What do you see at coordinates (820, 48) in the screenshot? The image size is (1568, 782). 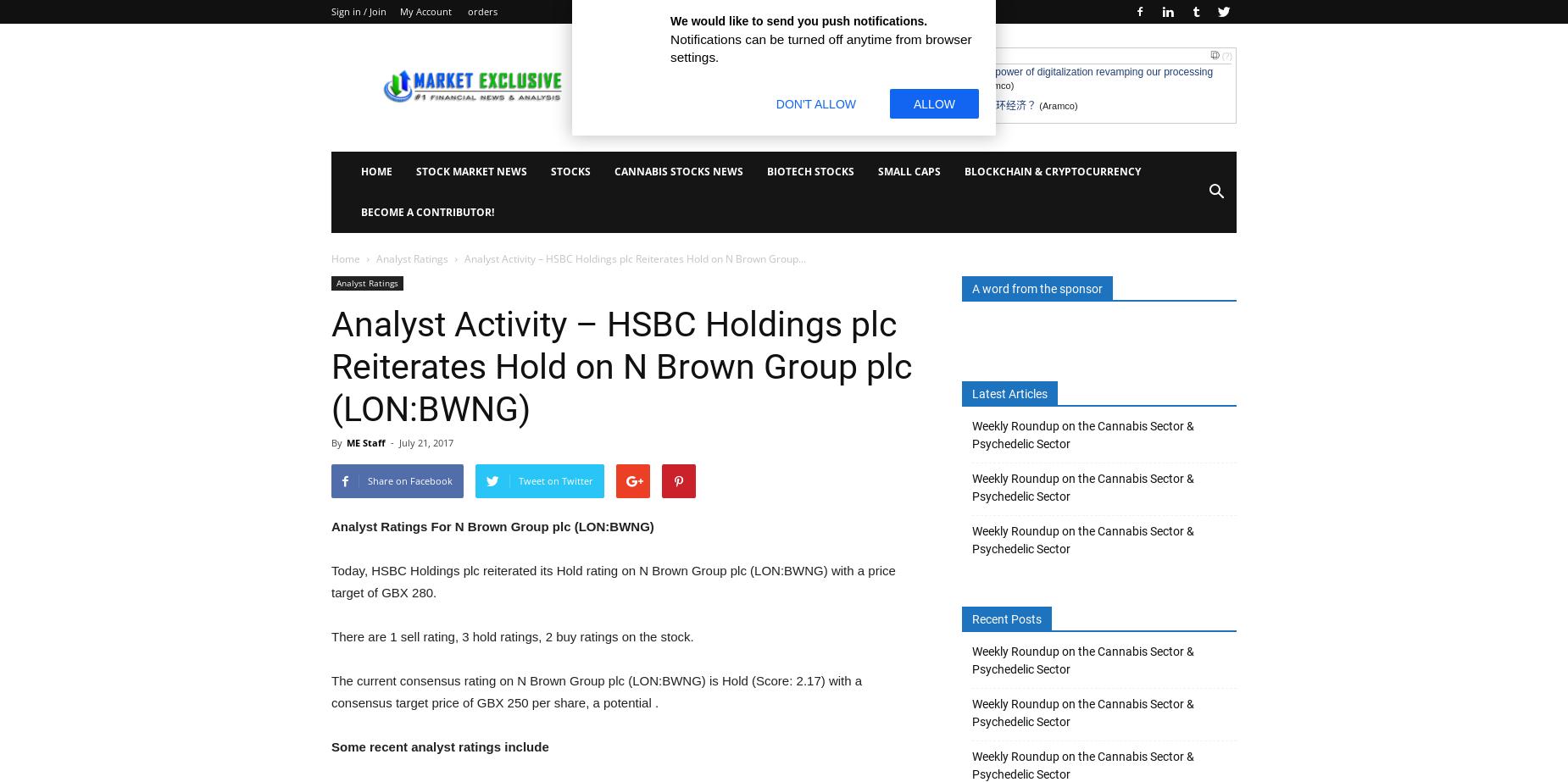 I see `'Notifications can be turned off anytime from browser settings.'` at bounding box center [820, 48].